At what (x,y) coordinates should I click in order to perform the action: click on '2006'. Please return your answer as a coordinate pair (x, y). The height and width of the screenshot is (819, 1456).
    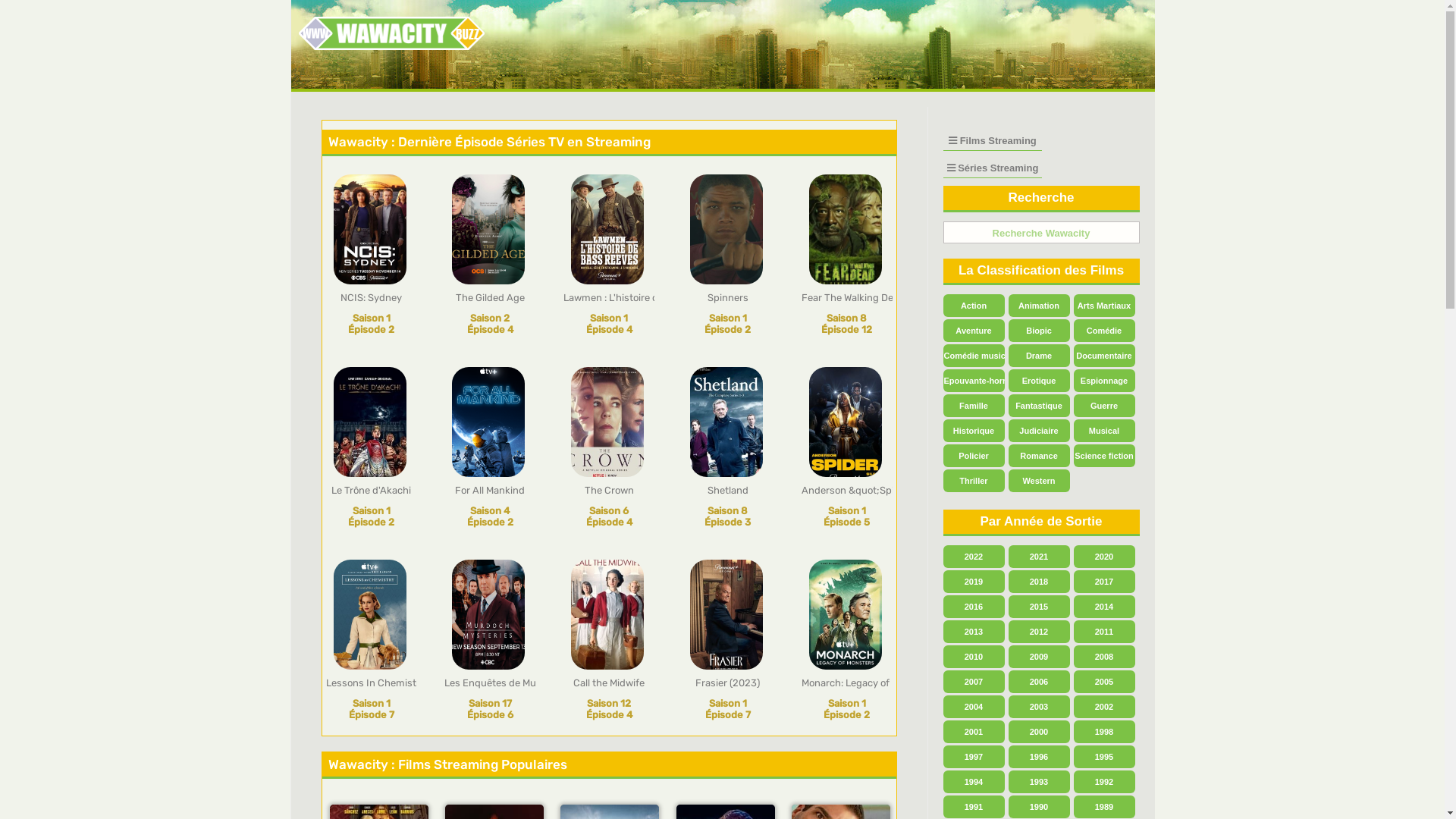
    Looking at the image, I should click on (1038, 680).